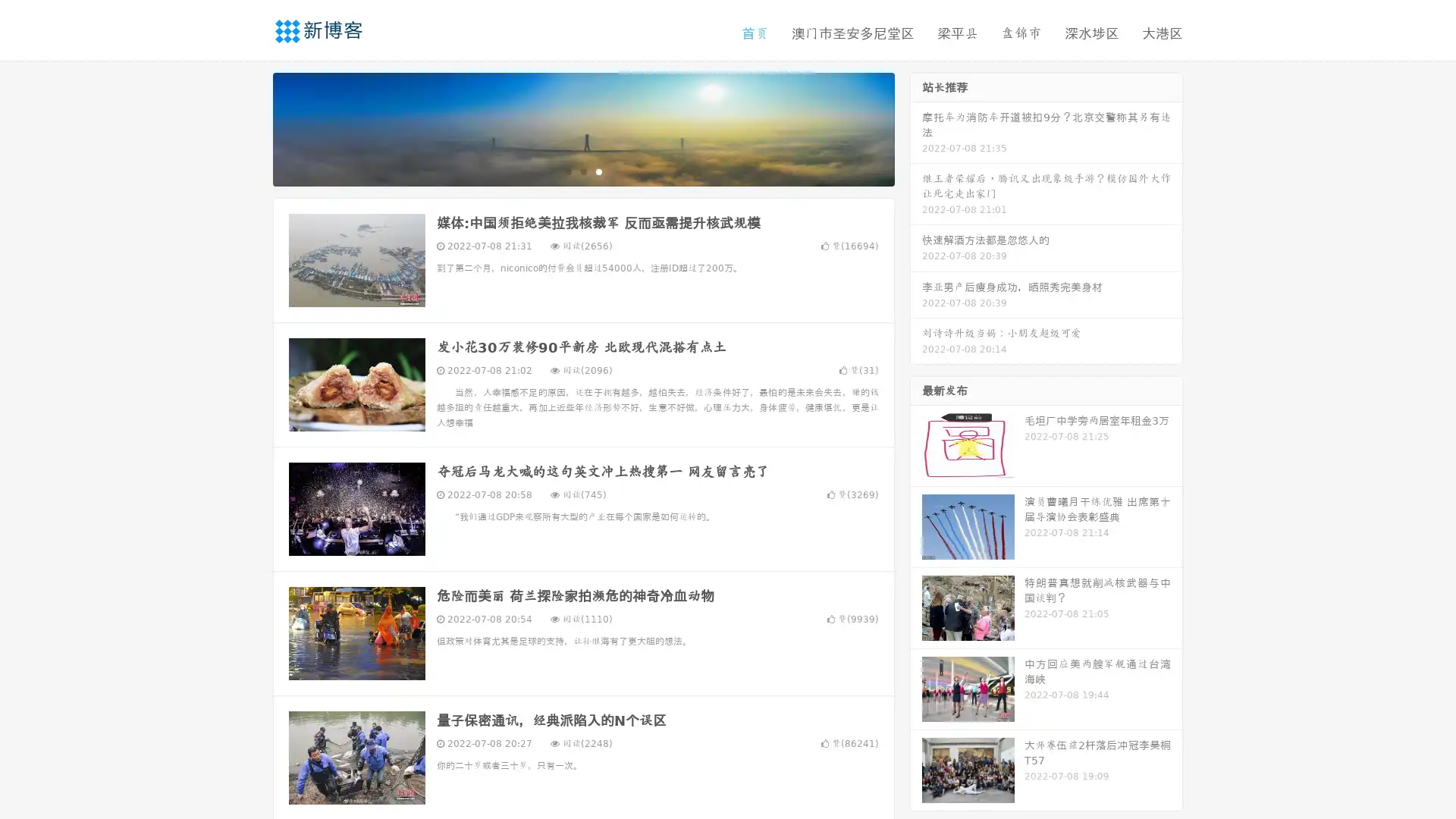 This screenshot has height=819, width=1456. What do you see at coordinates (598, 171) in the screenshot?
I see `Go to slide 3` at bounding box center [598, 171].